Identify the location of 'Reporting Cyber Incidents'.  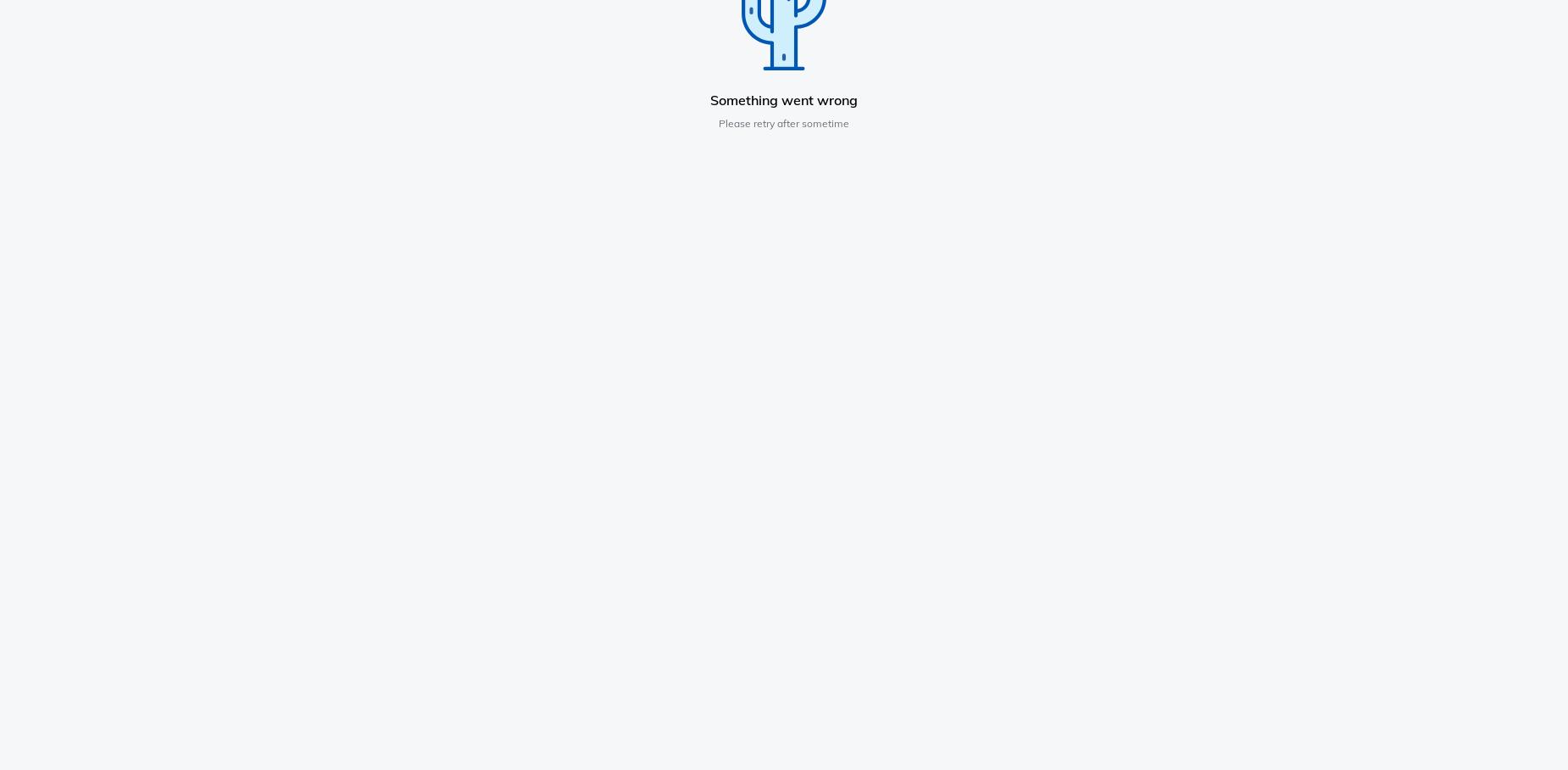
(993, 341).